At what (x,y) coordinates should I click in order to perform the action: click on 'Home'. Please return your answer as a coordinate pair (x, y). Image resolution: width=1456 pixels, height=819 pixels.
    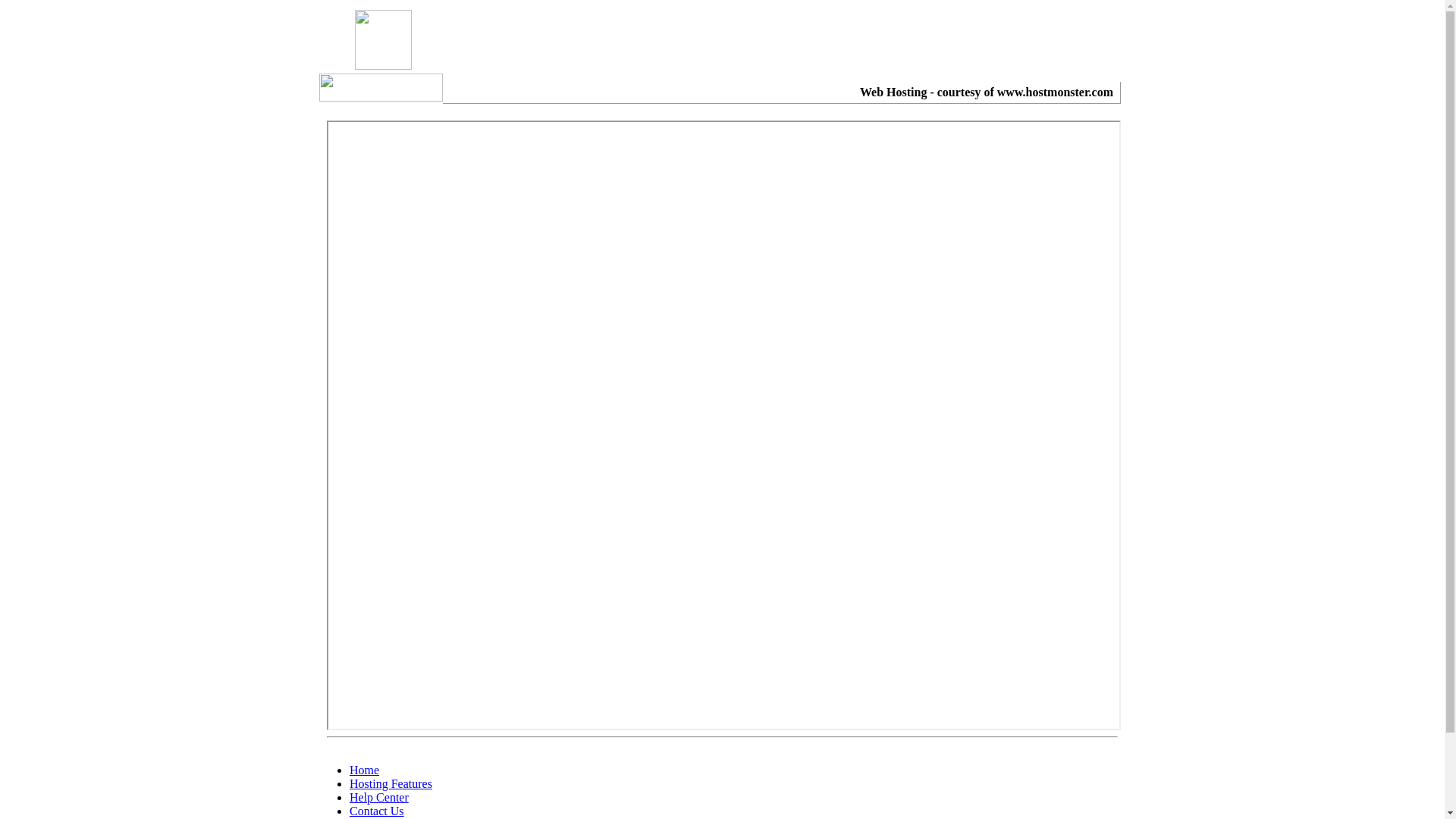
    Looking at the image, I should click on (348, 770).